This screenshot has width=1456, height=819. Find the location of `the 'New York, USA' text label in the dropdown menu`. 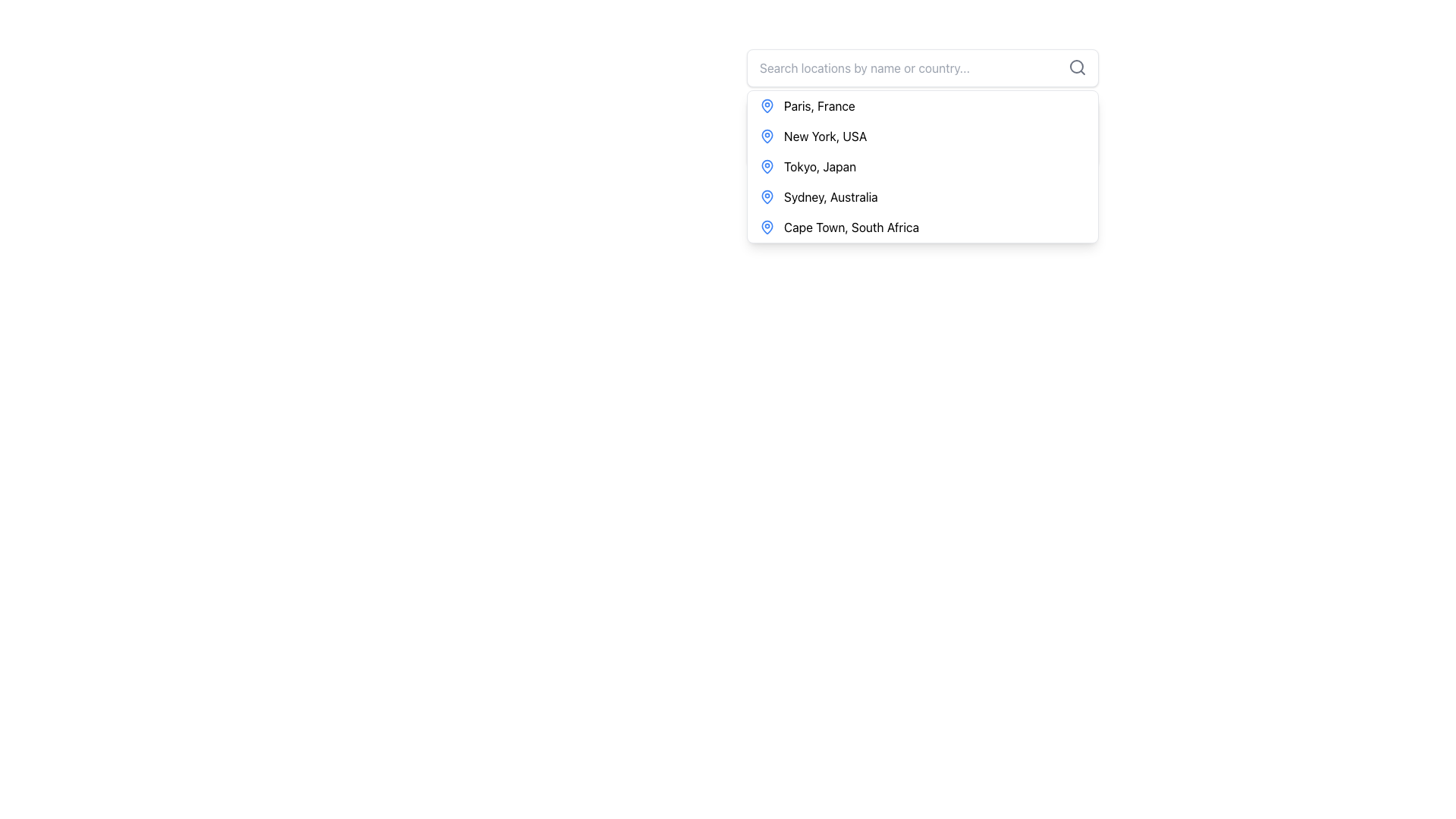

the 'New York, USA' text label in the dropdown menu is located at coordinates (824, 136).